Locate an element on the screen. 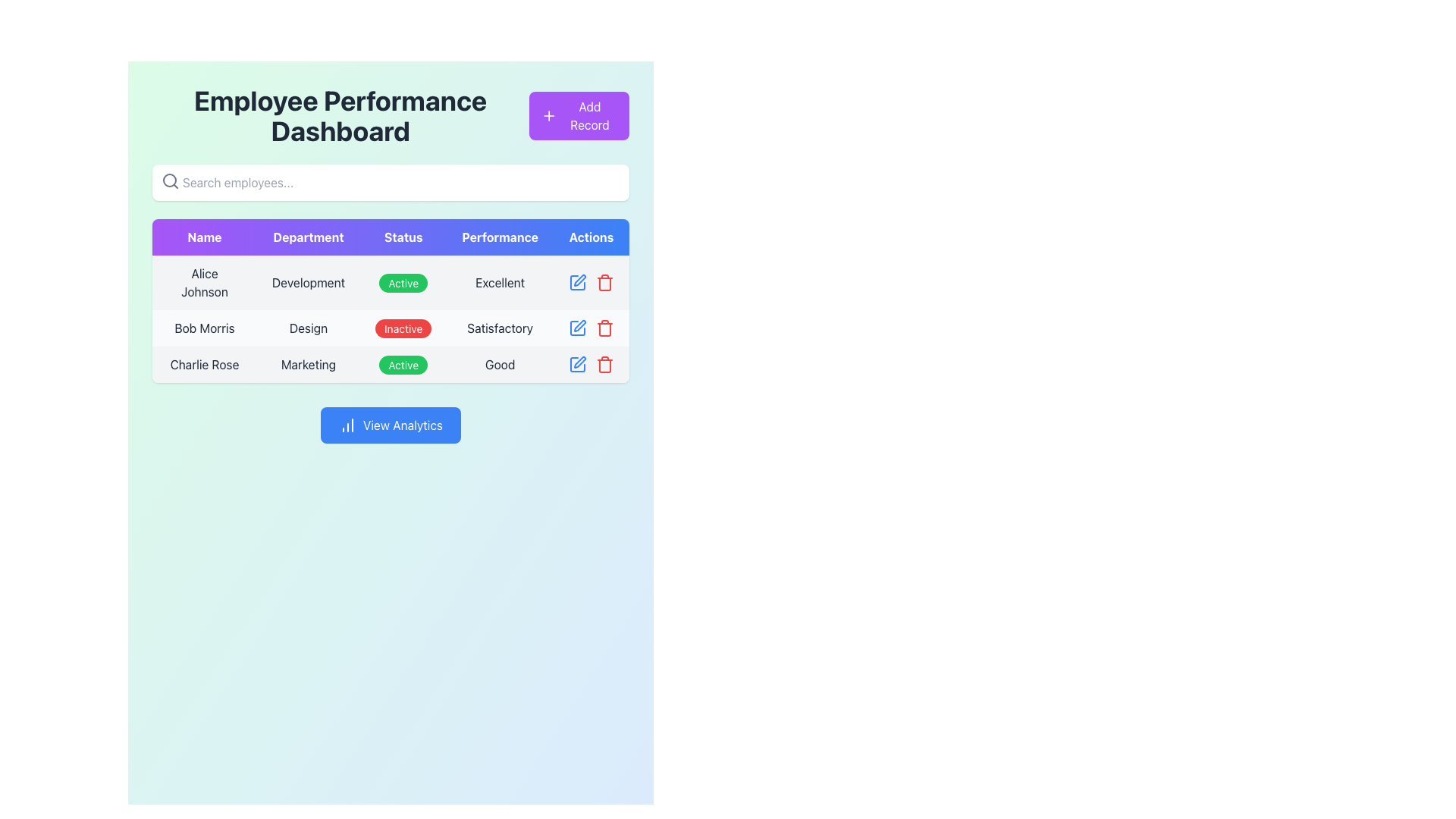 The image size is (1456, 819). the pencil icon in the Actions column of the third row to initiate editing of the corresponding record is located at coordinates (578, 362).